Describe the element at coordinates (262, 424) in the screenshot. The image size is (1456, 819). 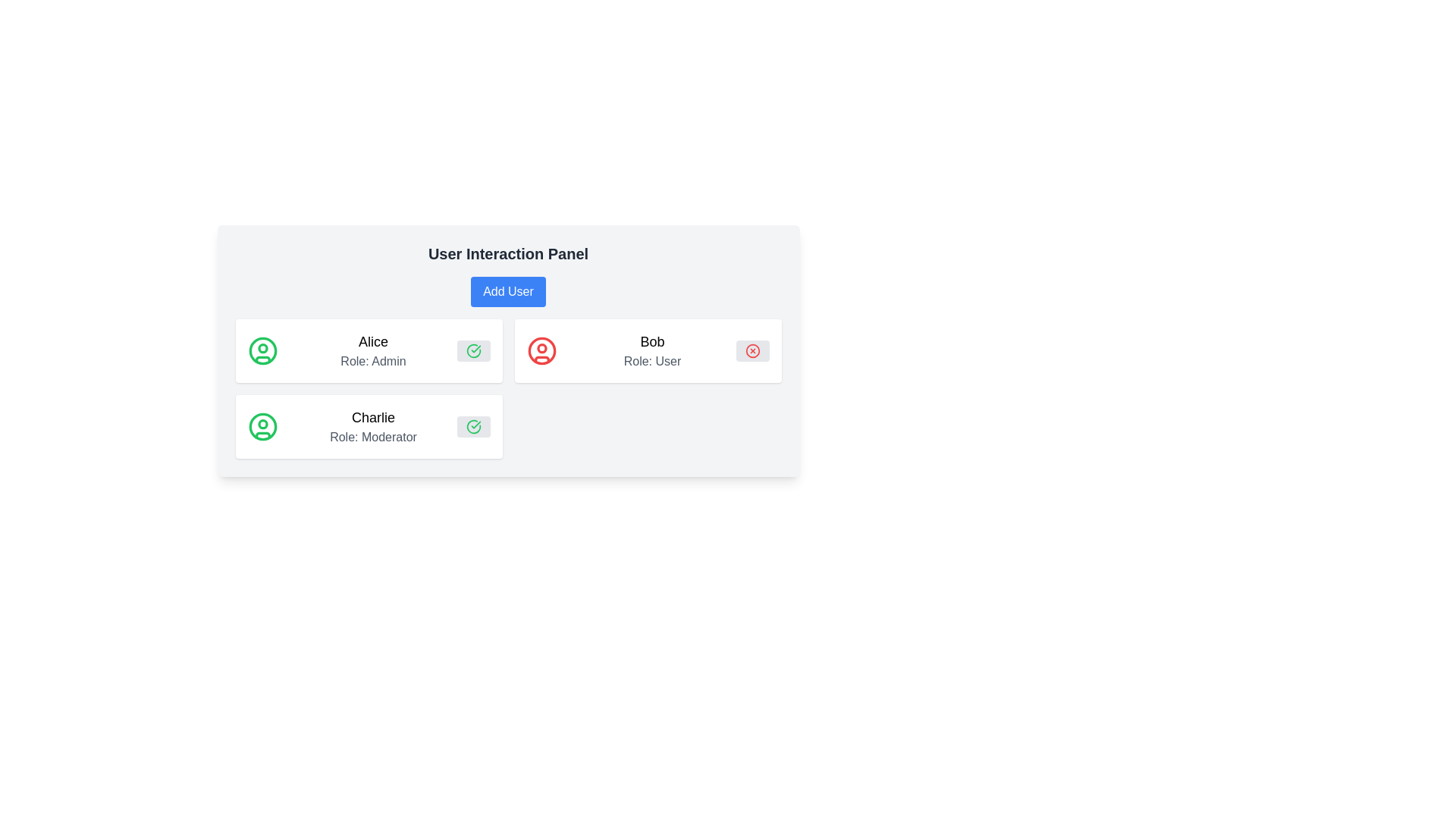
I see `the small circle inside the SVG user icon for the user profile labeled 'Alice', which has a green outline` at that location.